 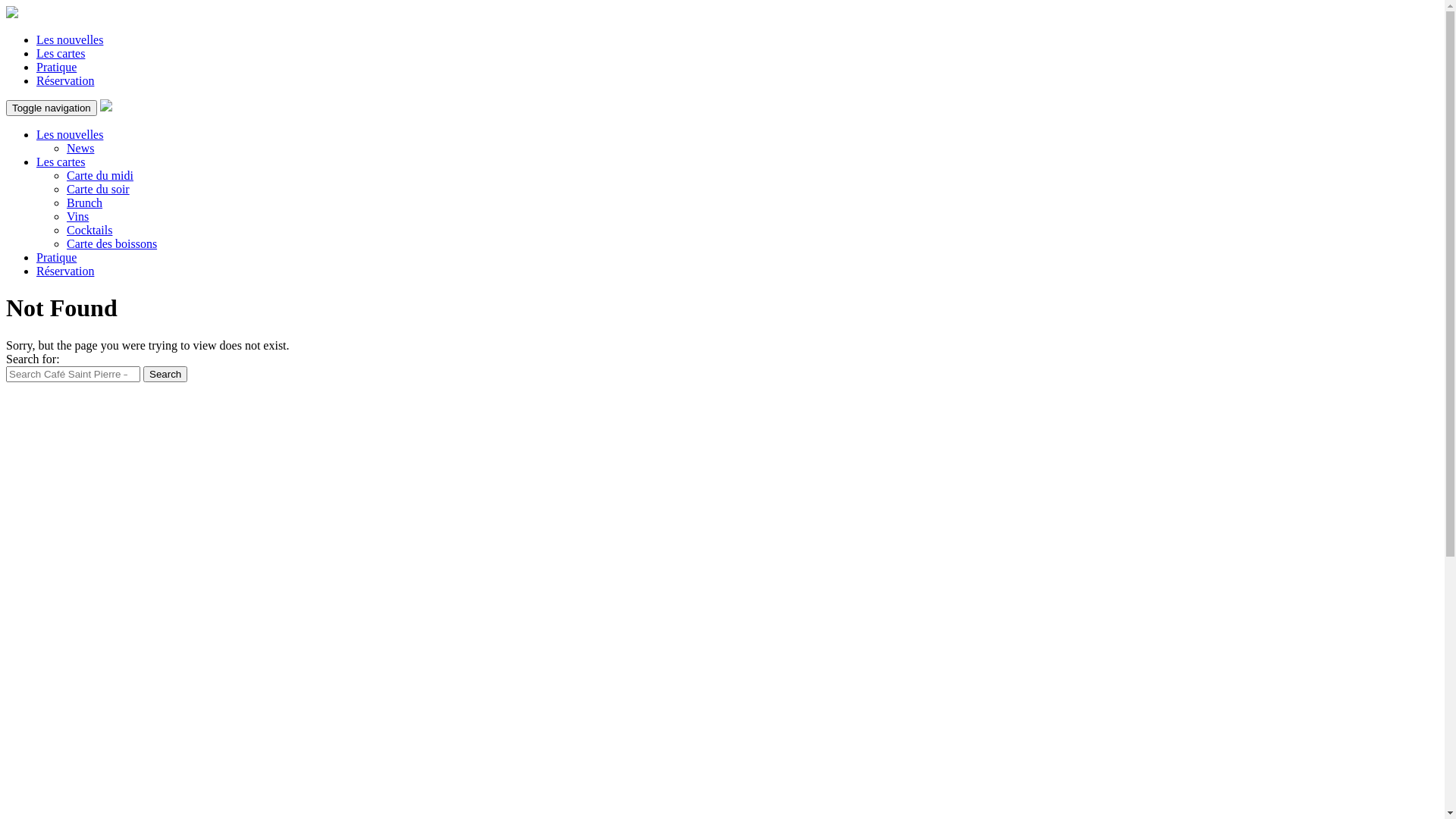 What do you see at coordinates (79, 148) in the screenshot?
I see `'News'` at bounding box center [79, 148].